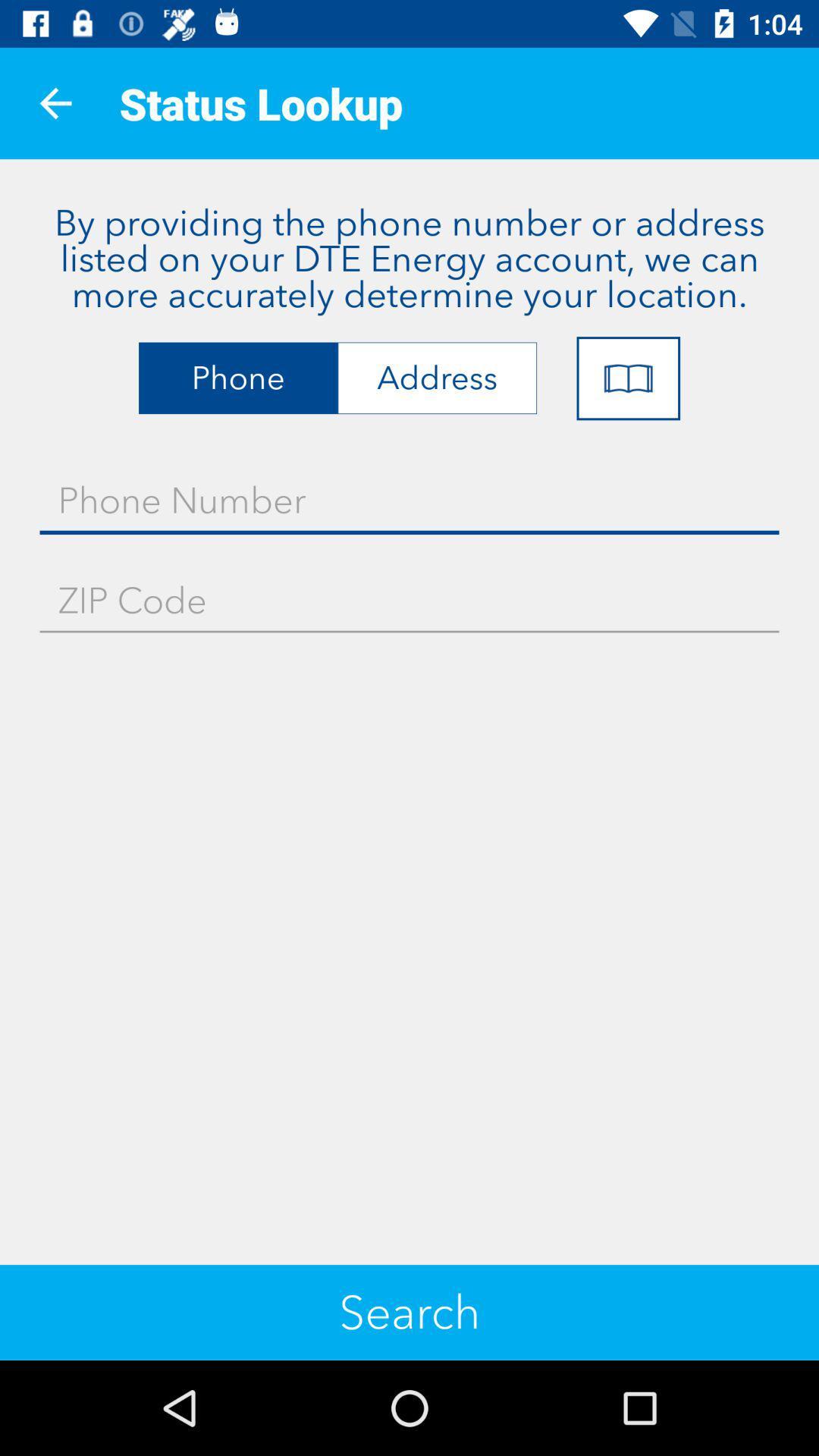 The width and height of the screenshot is (819, 1456). Describe the element at coordinates (628, 378) in the screenshot. I see `item below the by providing the` at that location.